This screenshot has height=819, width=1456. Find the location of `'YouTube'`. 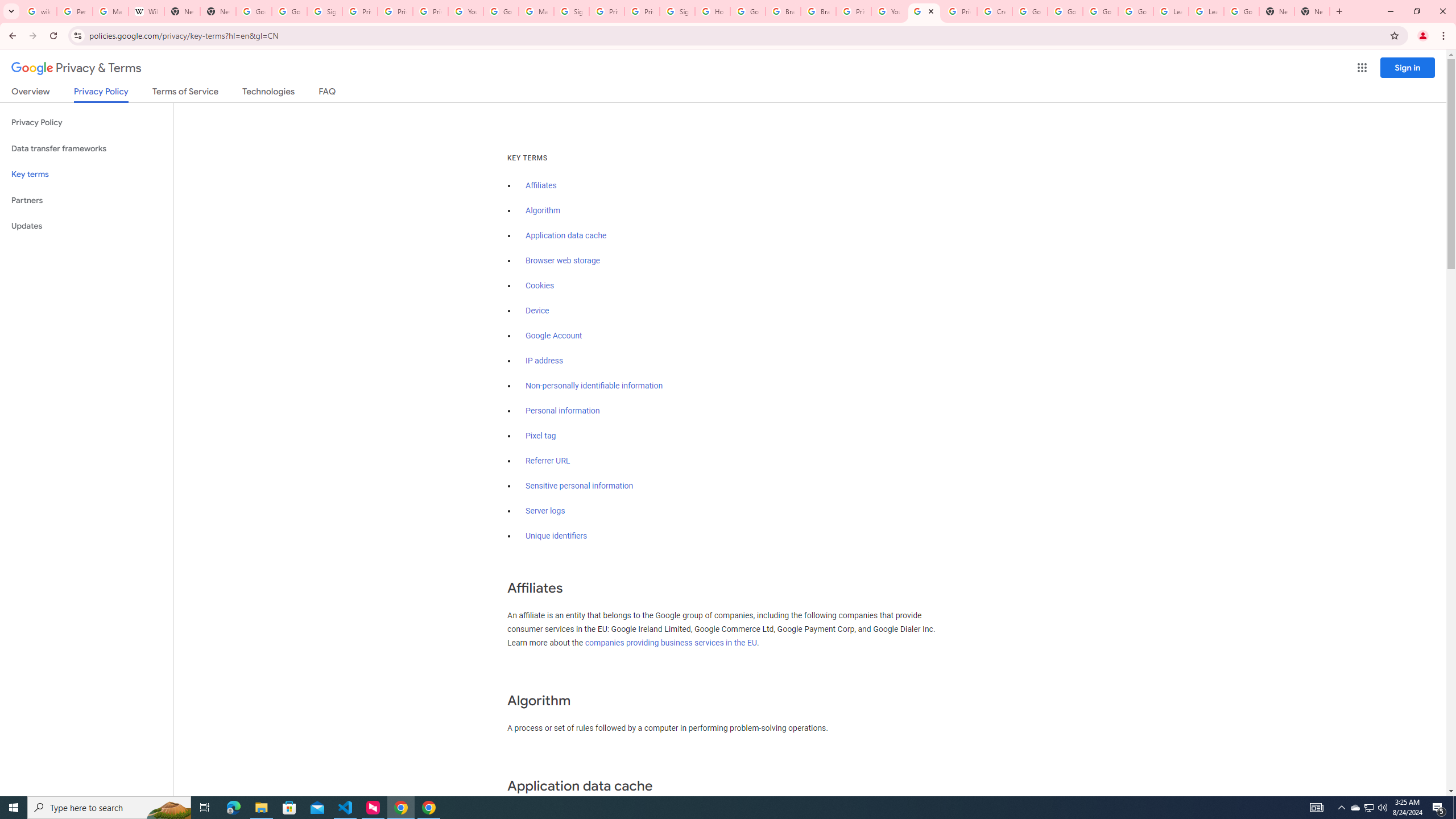

'YouTube' is located at coordinates (466, 11).